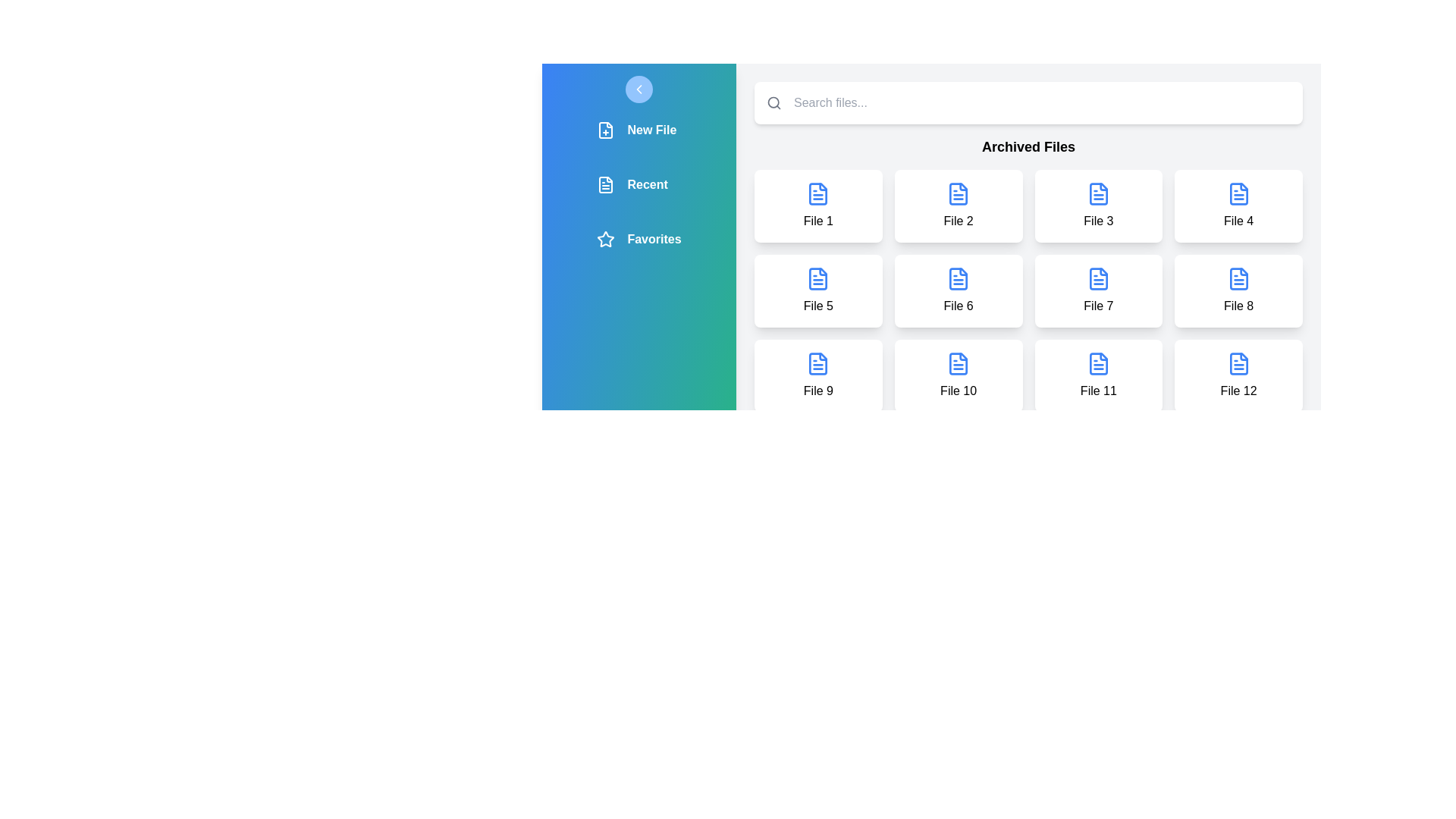  What do you see at coordinates (639, 89) in the screenshot?
I see `the drawer button to toggle the sidebar drawer` at bounding box center [639, 89].